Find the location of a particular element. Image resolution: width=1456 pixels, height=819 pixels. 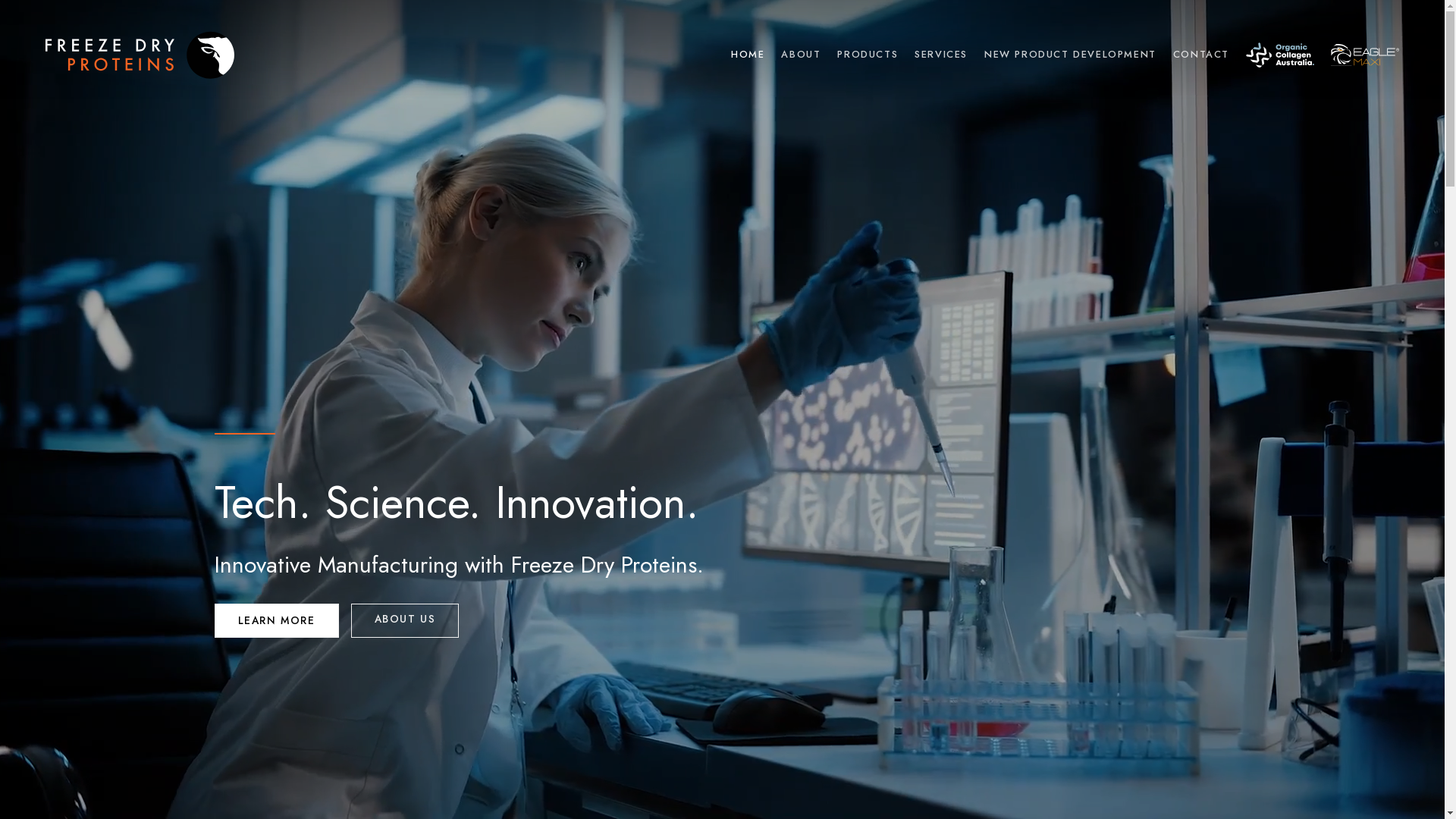

'Skip to content' is located at coordinates (0, 0).